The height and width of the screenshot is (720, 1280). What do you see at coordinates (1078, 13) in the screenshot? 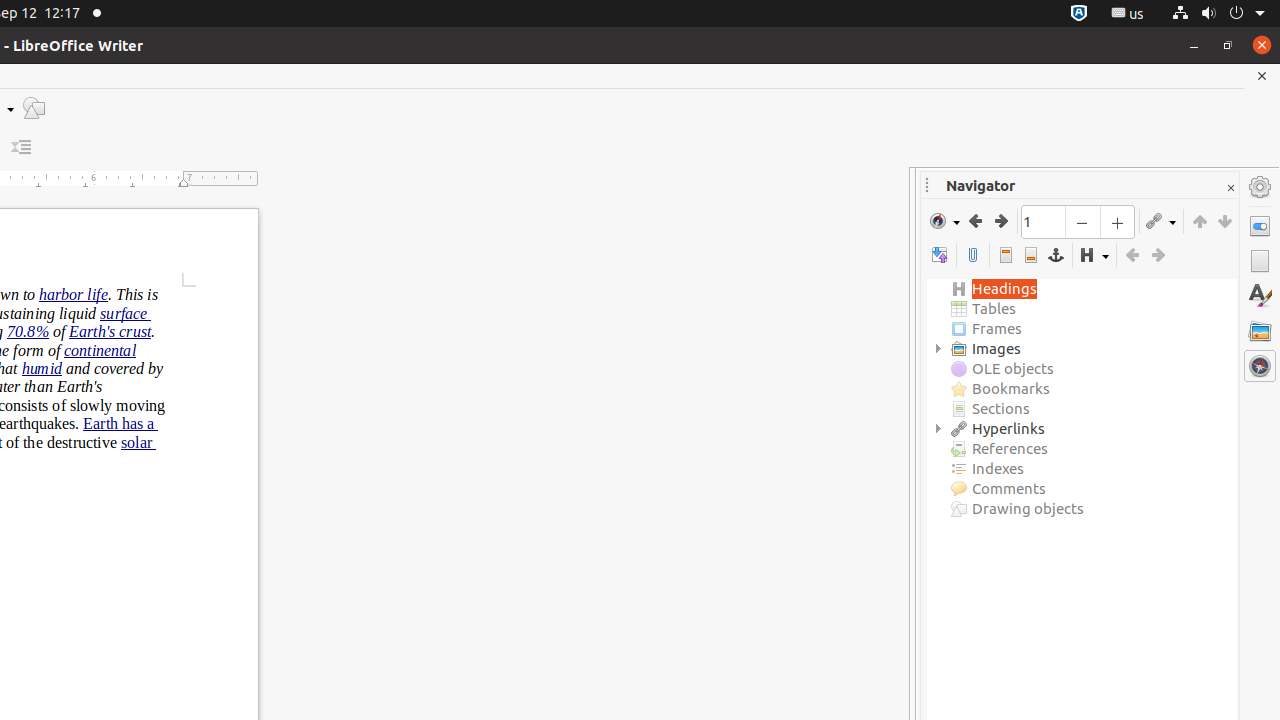
I see `':1.72/StatusNotifierItem'` at bounding box center [1078, 13].